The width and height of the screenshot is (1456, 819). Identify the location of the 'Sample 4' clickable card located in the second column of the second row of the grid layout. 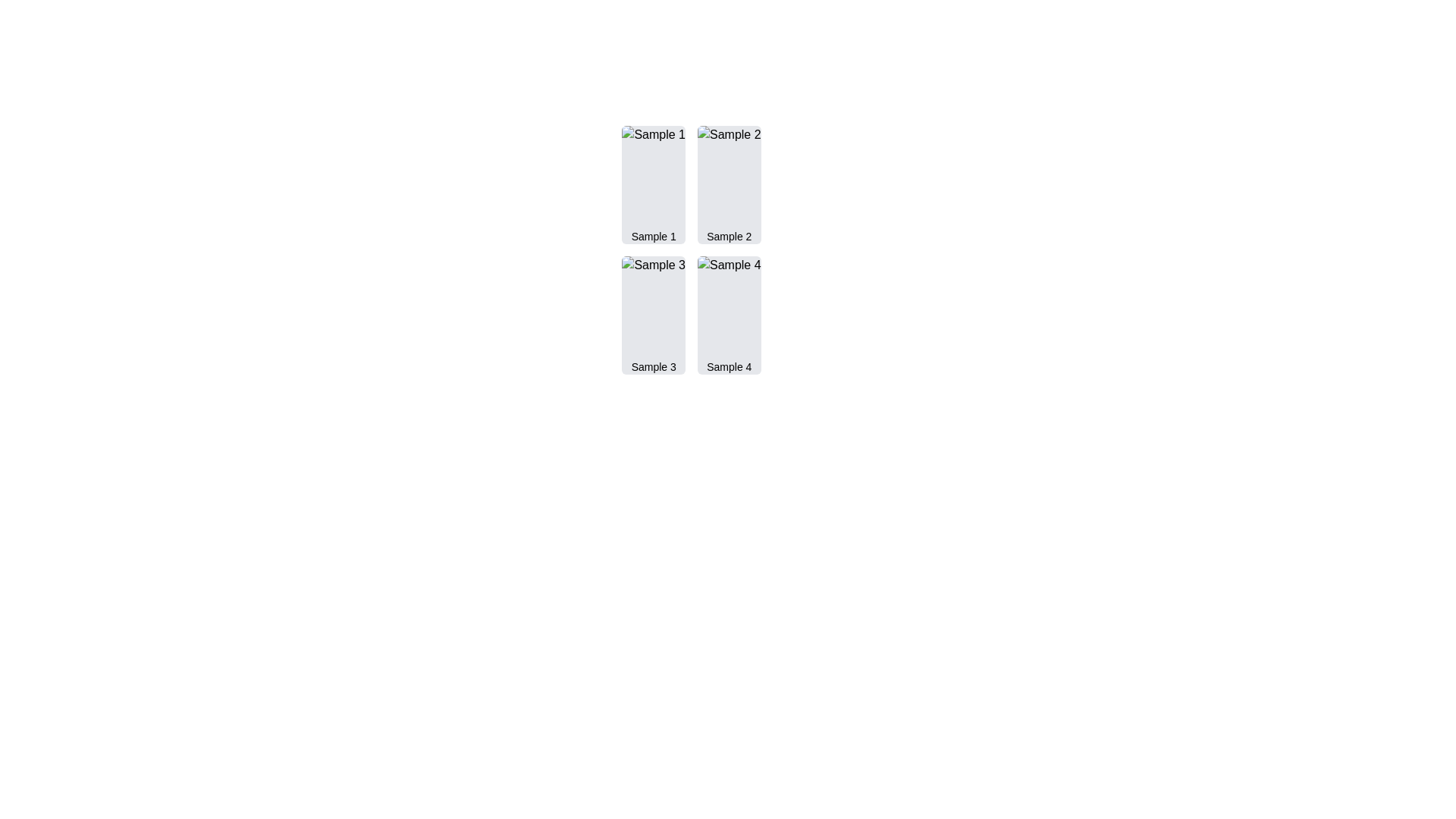
(729, 315).